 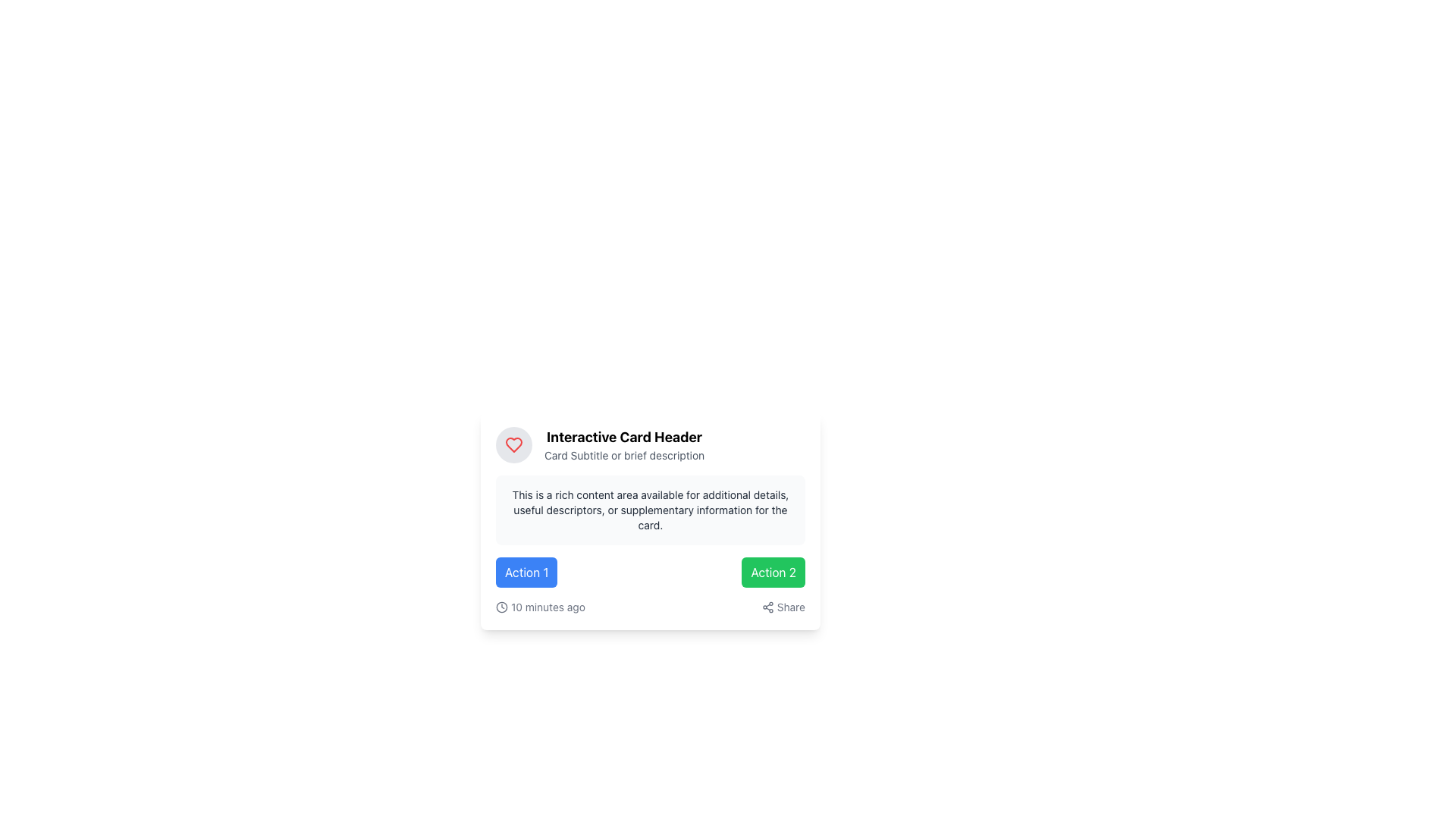 I want to click on timestamp displayed in the text with icon that shows '10 minutes ago', located at the bottom-left corner of the card and aligned with the 'Share' text, so click(x=540, y=607).